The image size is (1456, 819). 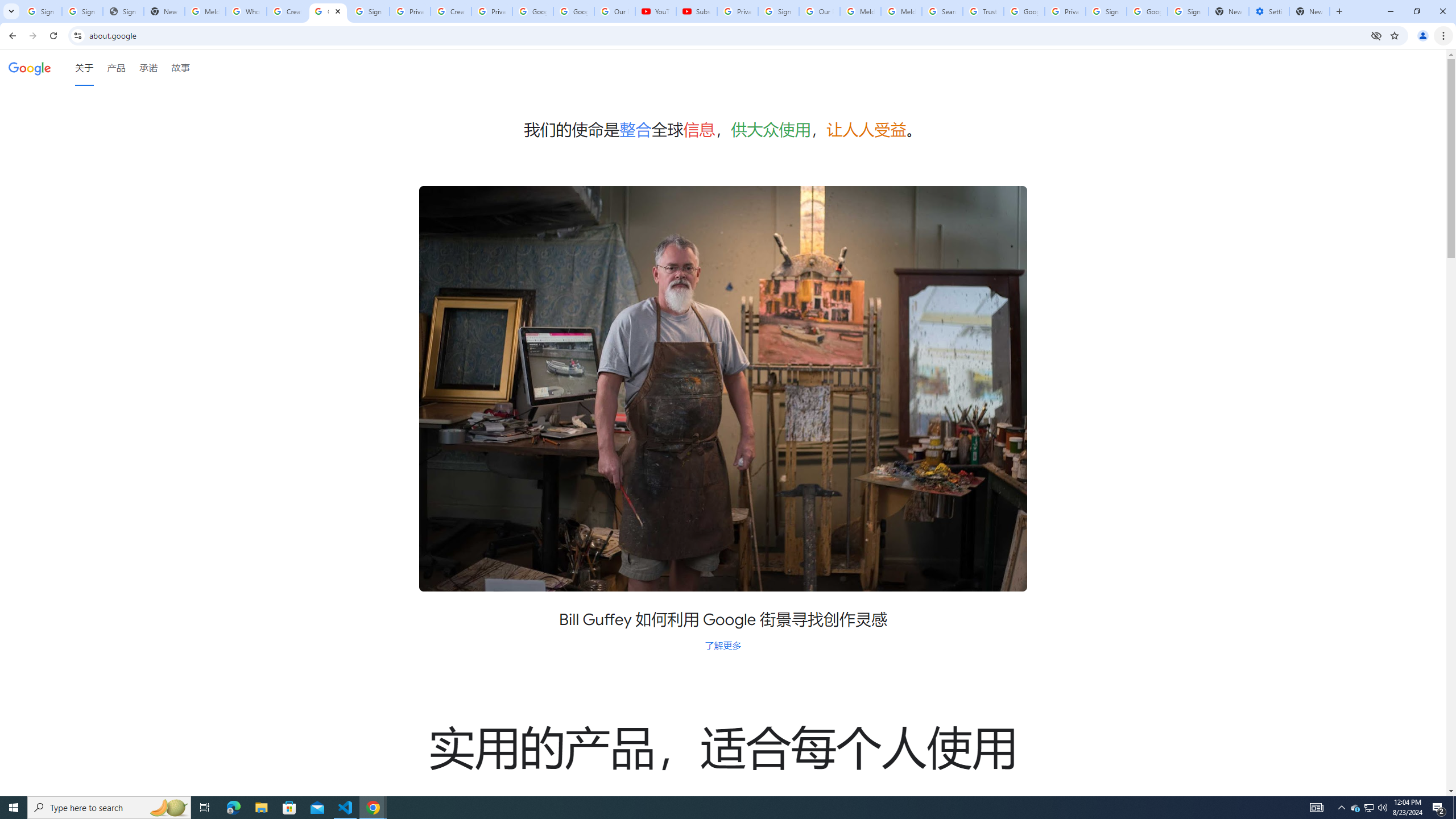 I want to click on 'New Tab', so click(x=1309, y=11).